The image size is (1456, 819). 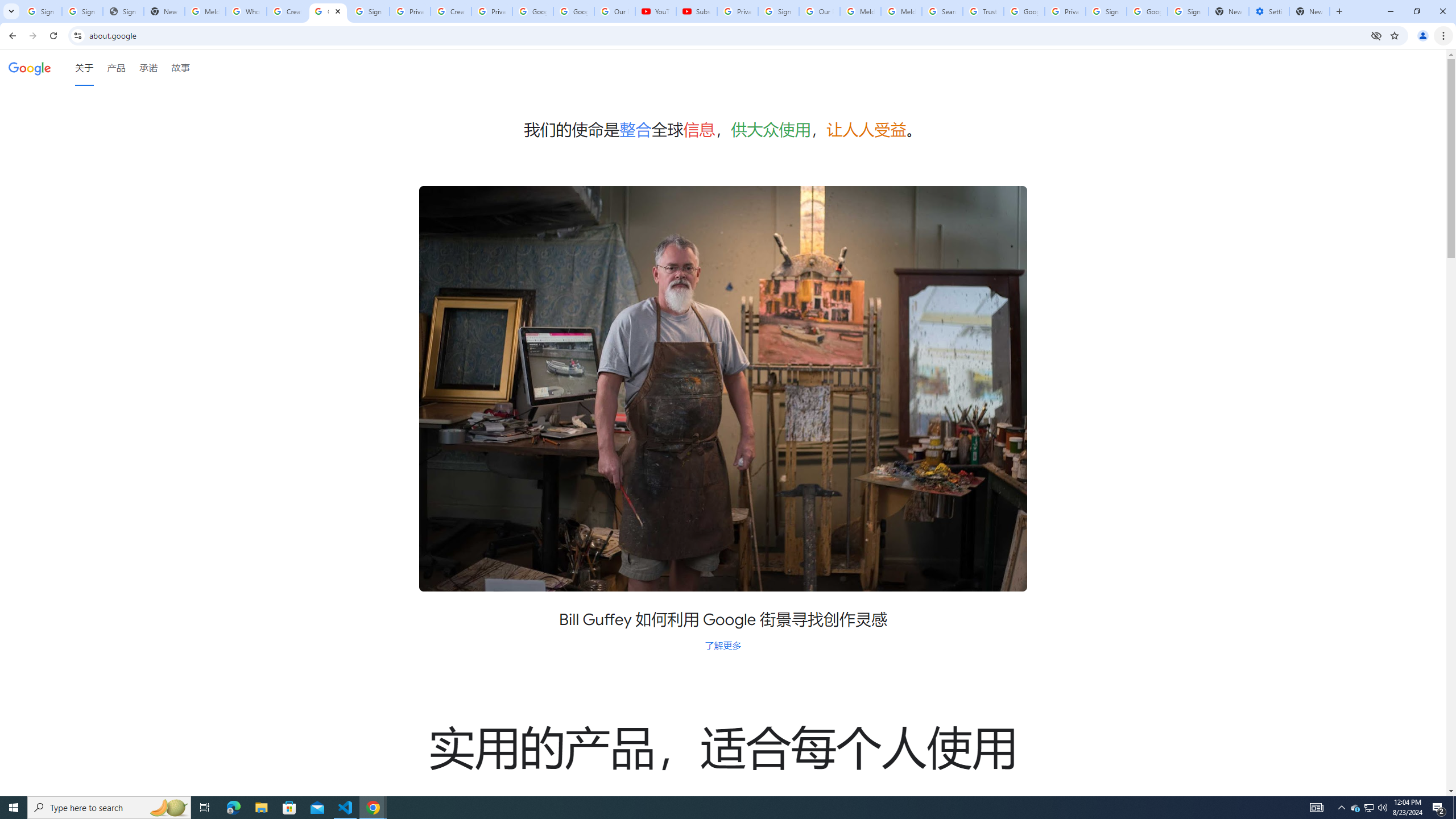 I want to click on 'New Tab', so click(x=1309, y=11).